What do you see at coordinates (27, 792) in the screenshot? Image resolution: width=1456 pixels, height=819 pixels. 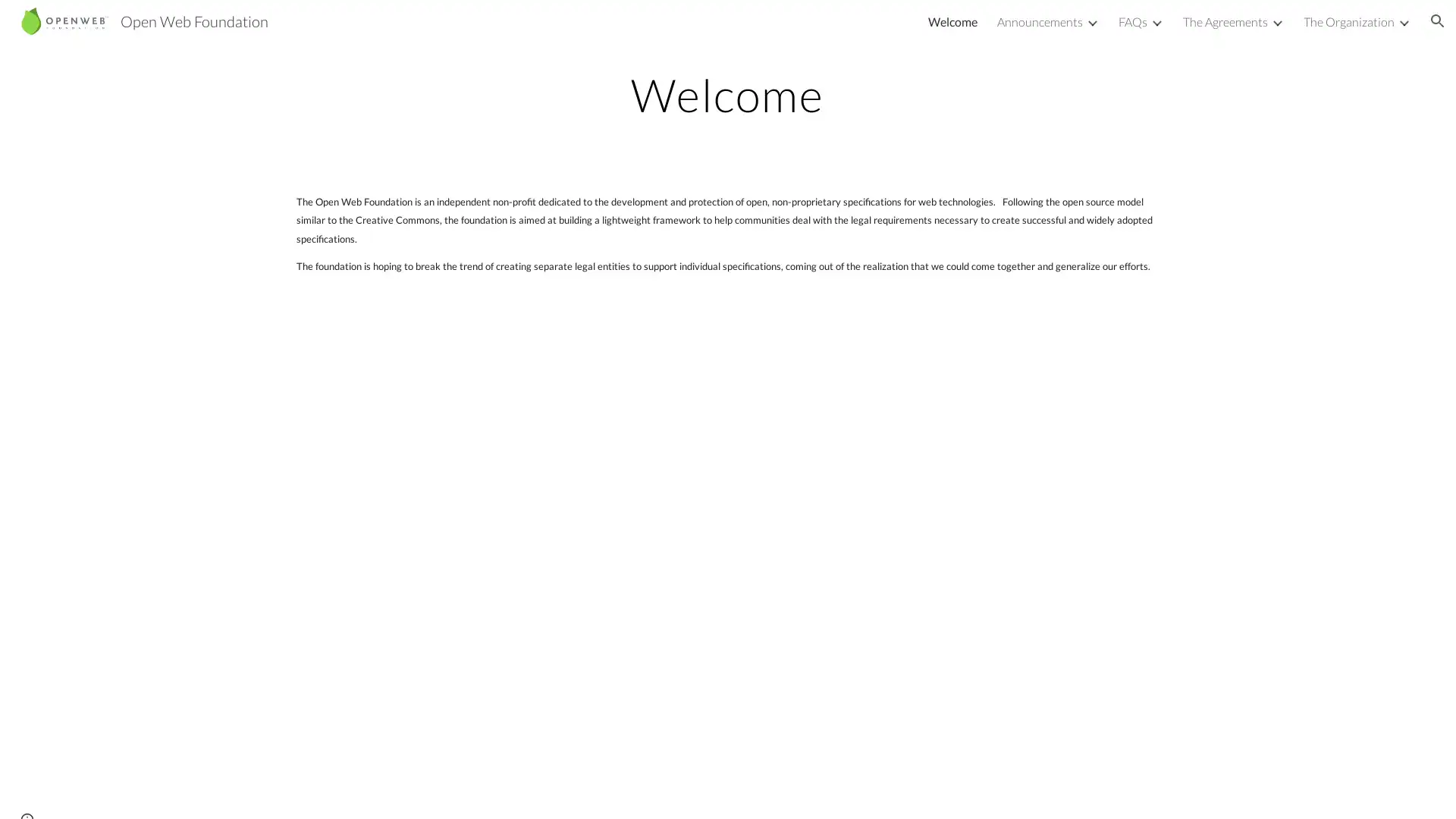 I see `Site actions` at bounding box center [27, 792].